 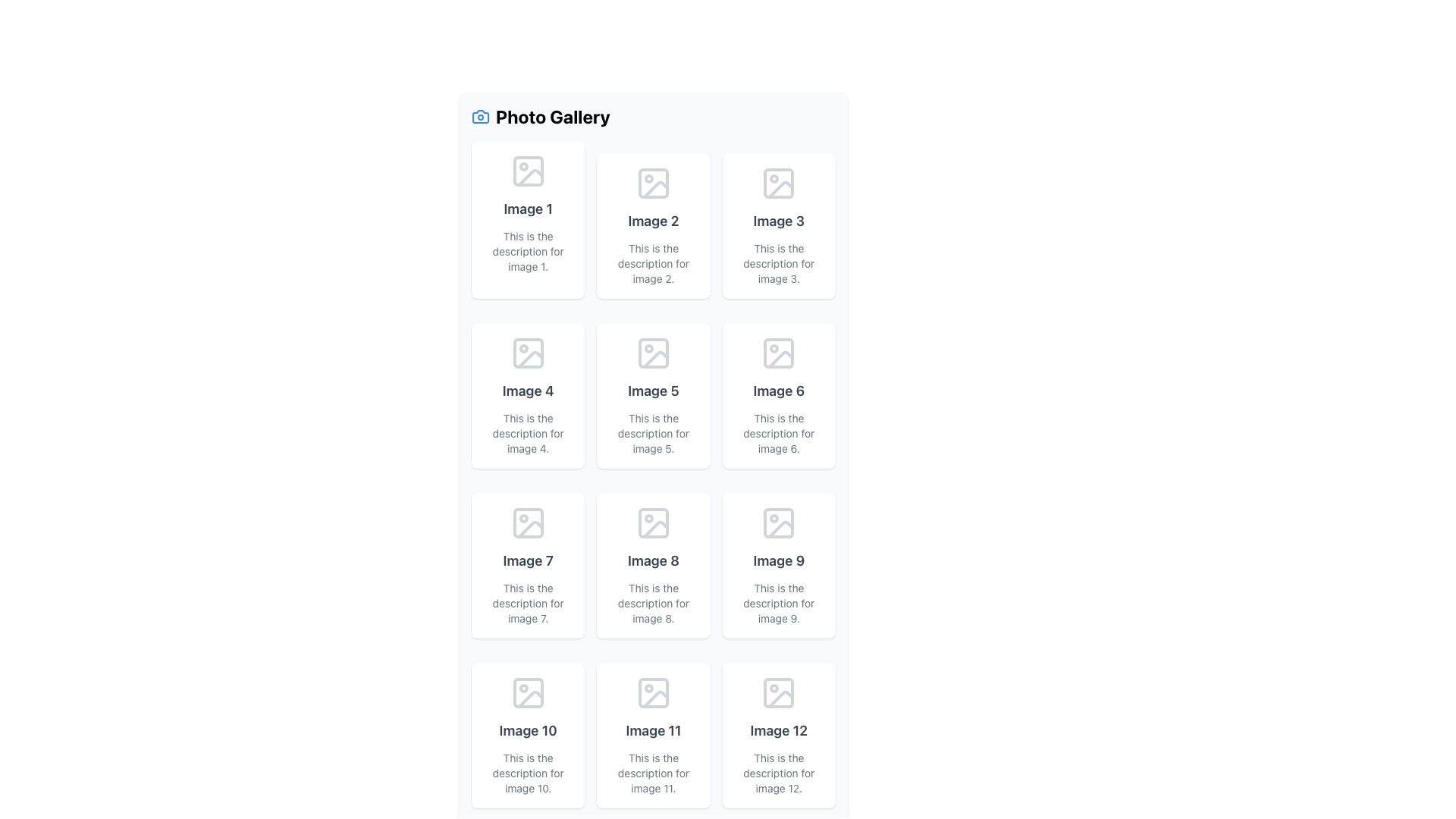 What do you see at coordinates (779, 394) in the screenshot?
I see `the Content Card in the second row, third column of the photo gallery, which displays thumbnails and descriptions of images` at bounding box center [779, 394].